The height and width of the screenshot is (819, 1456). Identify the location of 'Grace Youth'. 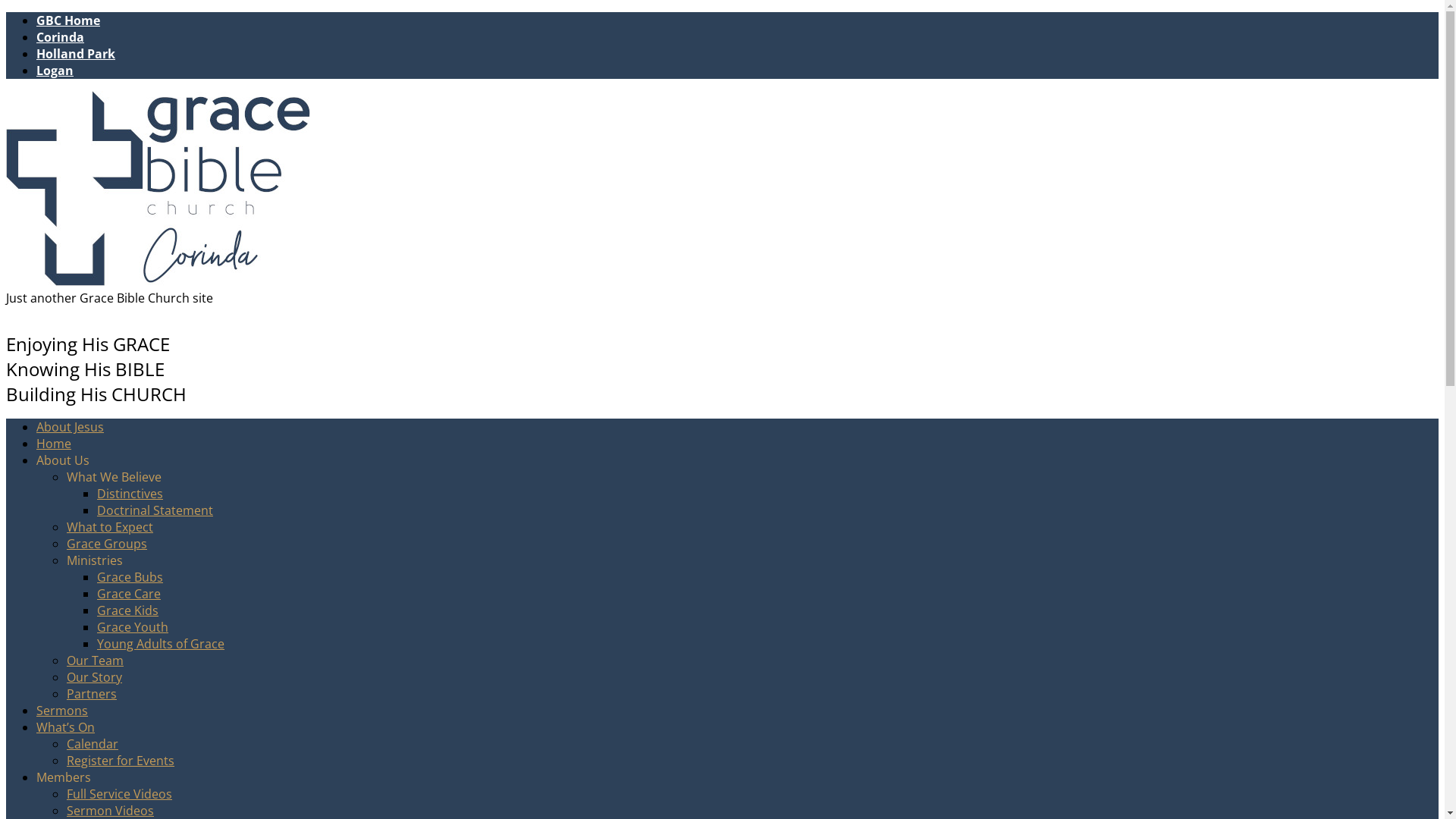
(132, 626).